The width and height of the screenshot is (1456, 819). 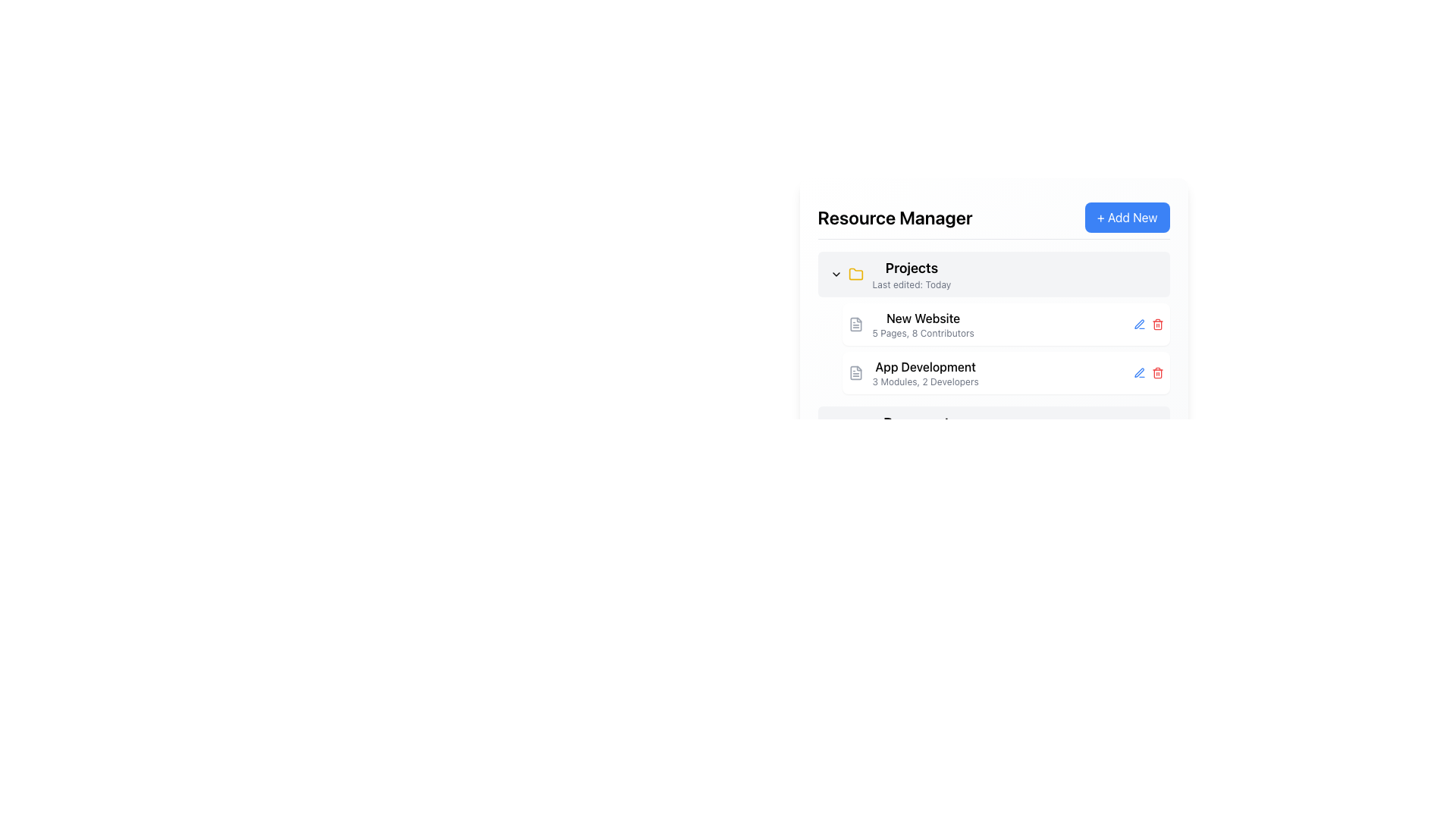 I want to click on the red trash bin icon, which is the third icon in the group of action icons to the right of the 'New Website' project entry, so click(x=1156, y=324).